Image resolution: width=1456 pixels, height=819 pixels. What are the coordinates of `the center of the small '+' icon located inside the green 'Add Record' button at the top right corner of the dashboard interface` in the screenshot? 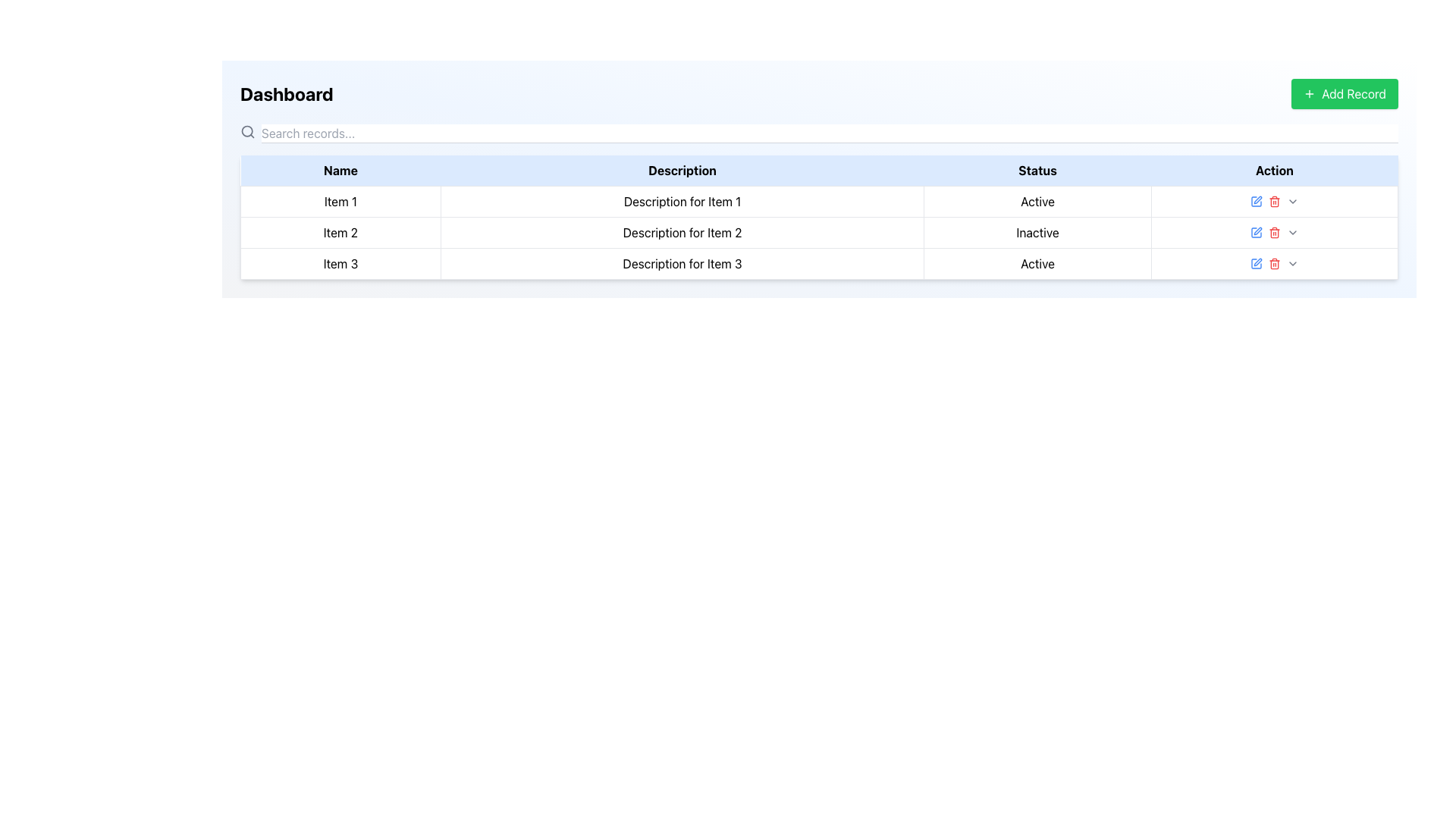 It's located at (1309, 93).